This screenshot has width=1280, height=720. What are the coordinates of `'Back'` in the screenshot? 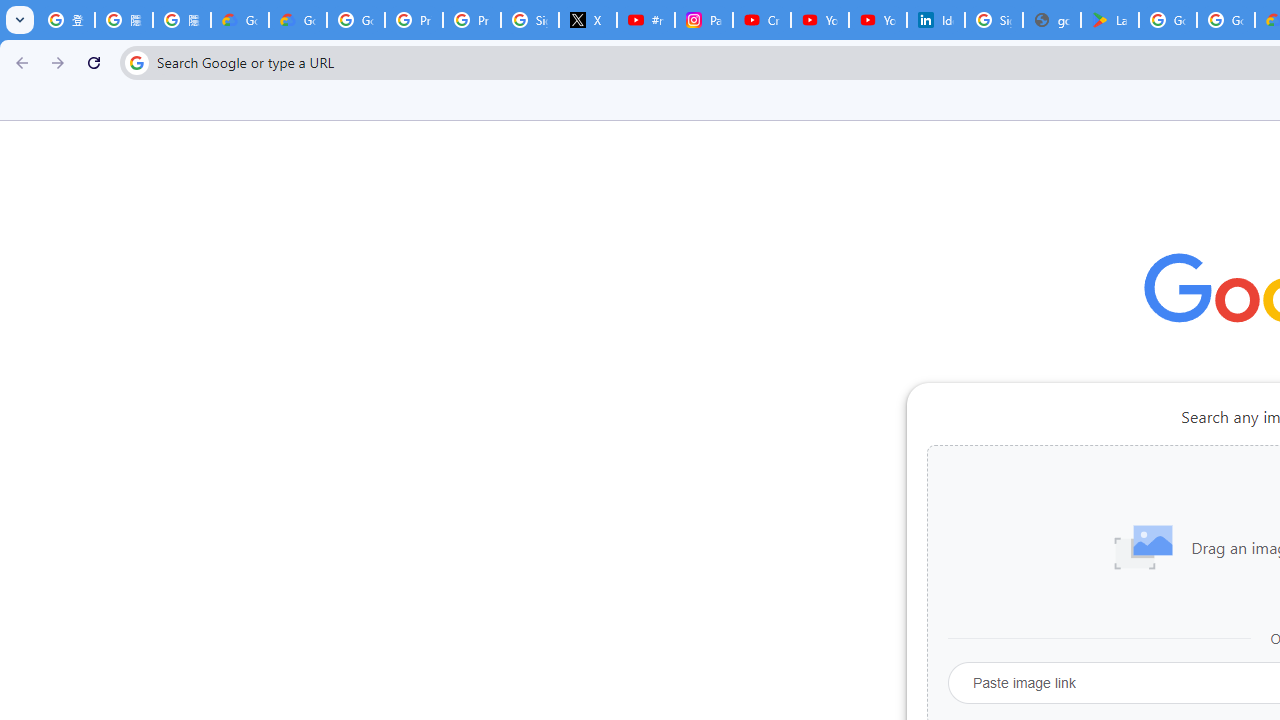 It's located at (19, 61).